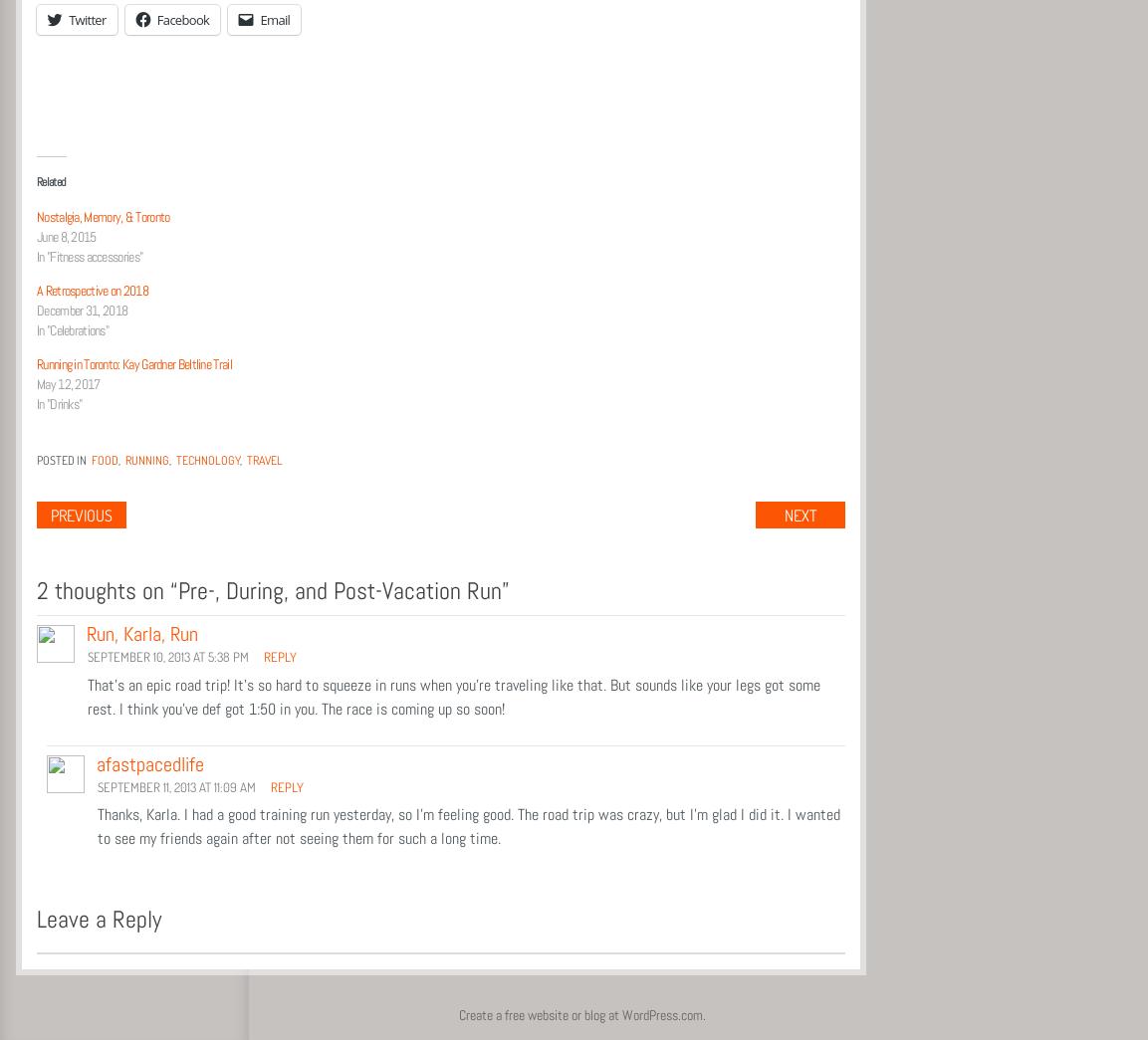 The image size is (1148, 1040). What do you see at coordinates (140, 555) in the screenshot?
I see `'Post navigation'` at bounding box center [140, 555].